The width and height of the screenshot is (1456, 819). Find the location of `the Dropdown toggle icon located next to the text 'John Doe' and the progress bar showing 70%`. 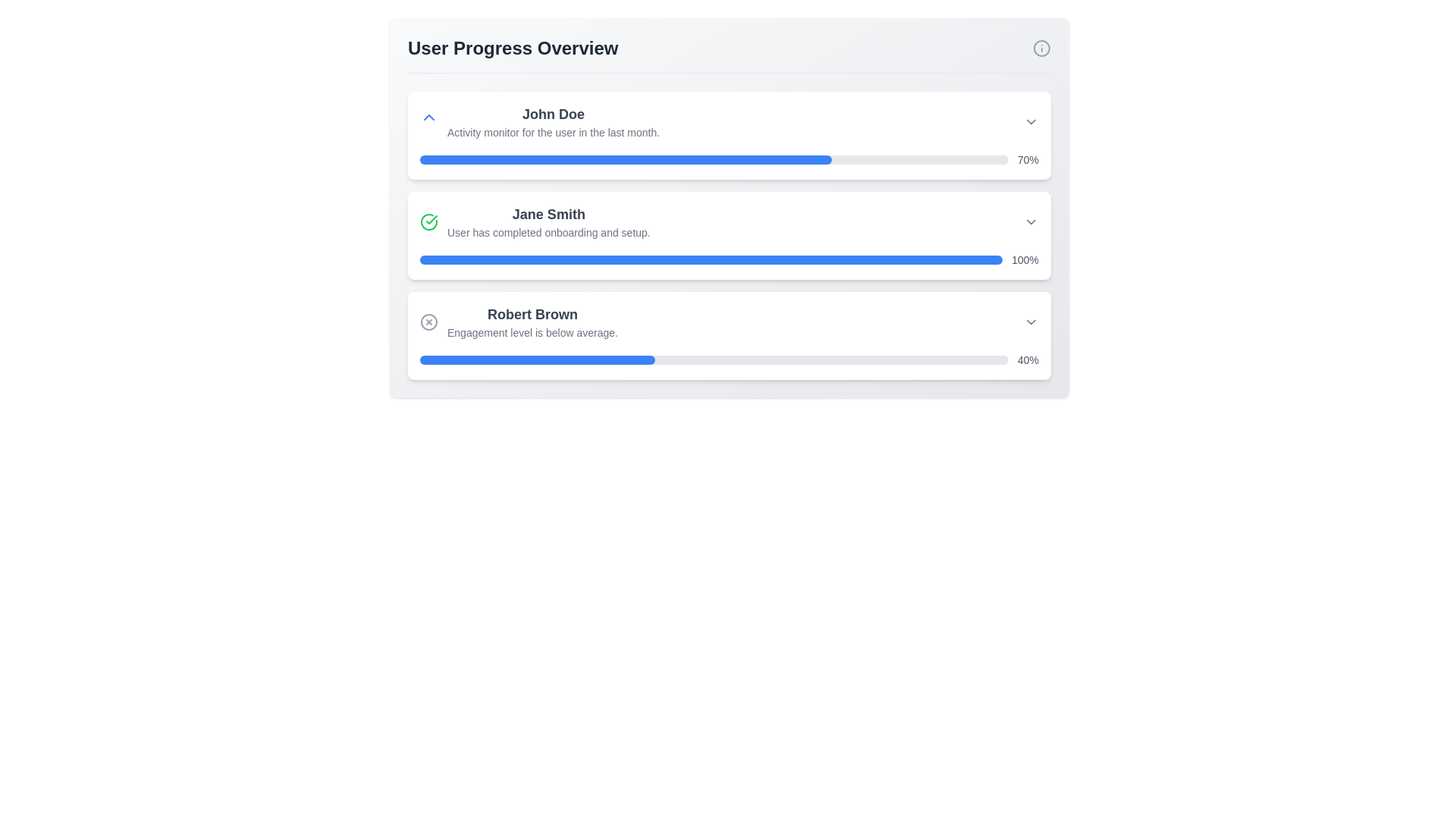

the Dropdown toggle icon located next to the text 'John Doe' and the progress bar showing 70% is located at coordinates (1031, 121).